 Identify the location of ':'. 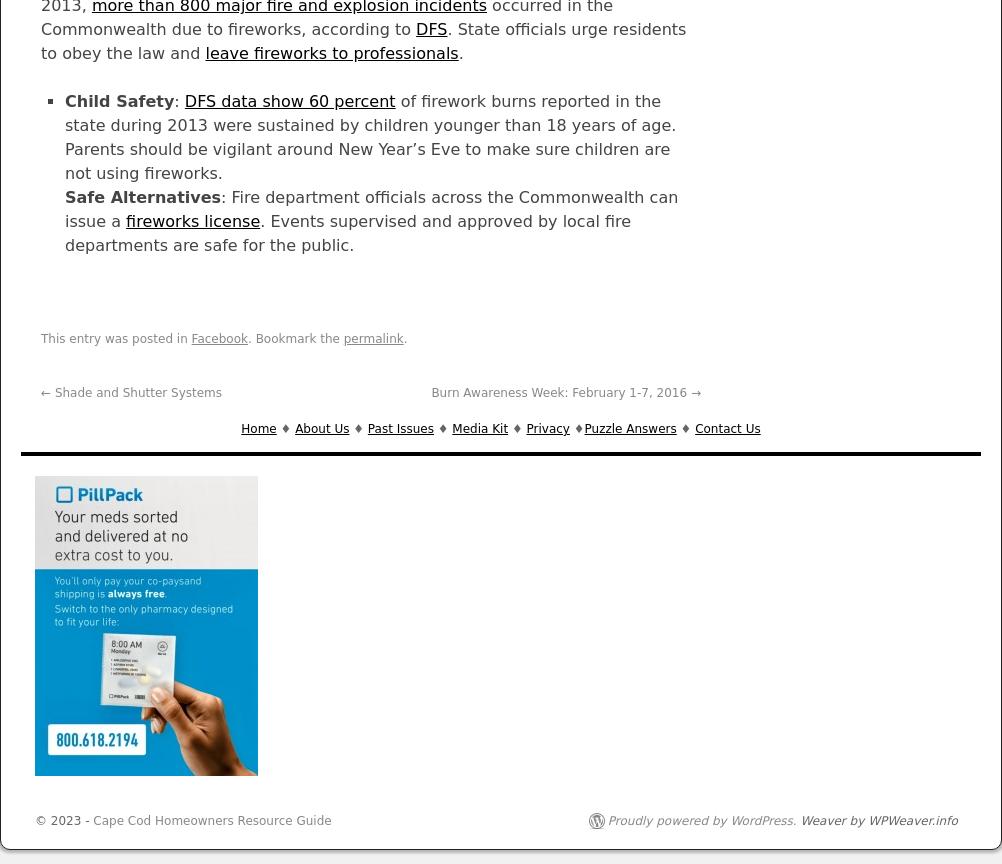
(178, 101).